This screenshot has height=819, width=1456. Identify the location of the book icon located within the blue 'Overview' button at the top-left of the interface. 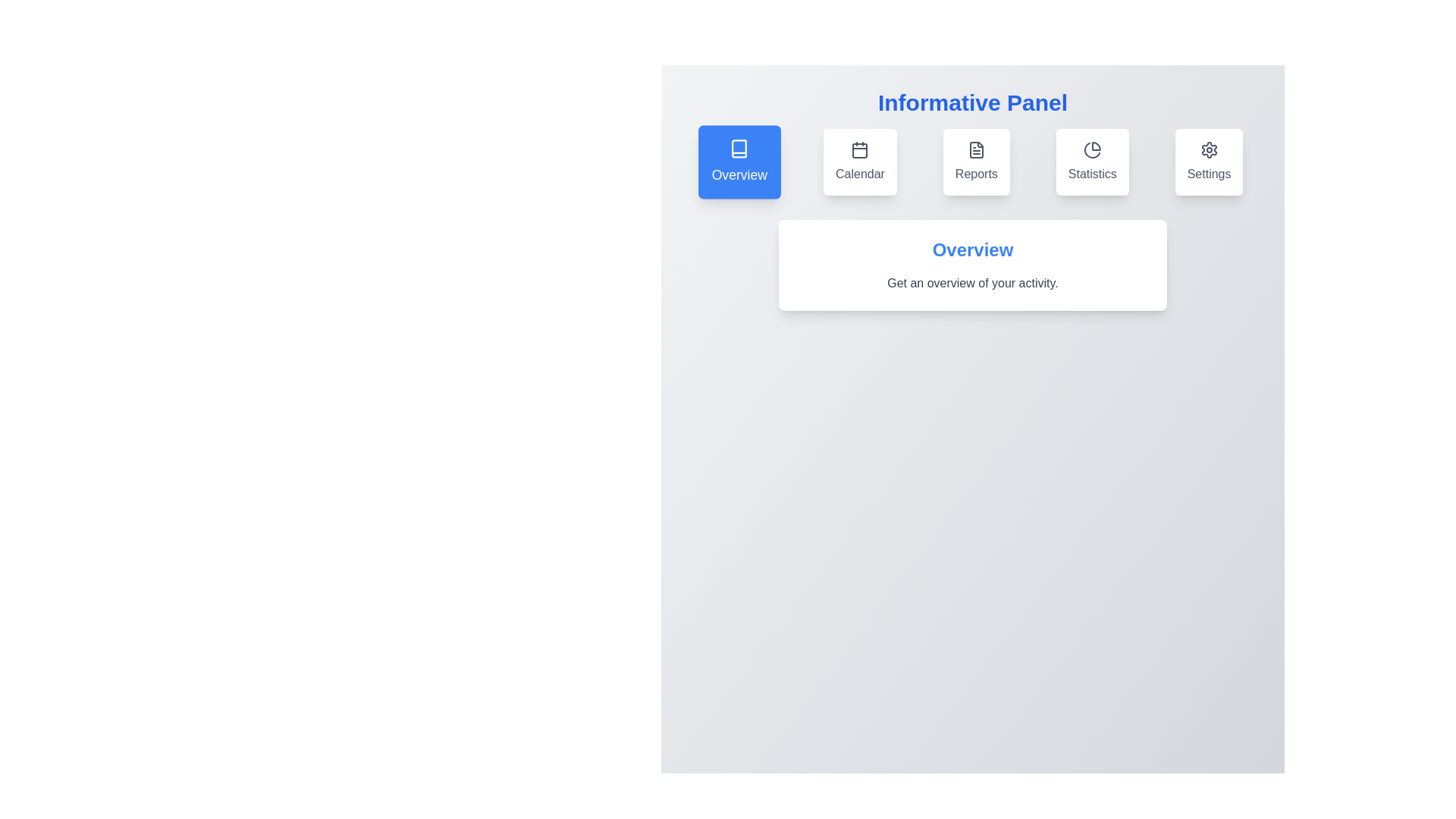
(739, 149).